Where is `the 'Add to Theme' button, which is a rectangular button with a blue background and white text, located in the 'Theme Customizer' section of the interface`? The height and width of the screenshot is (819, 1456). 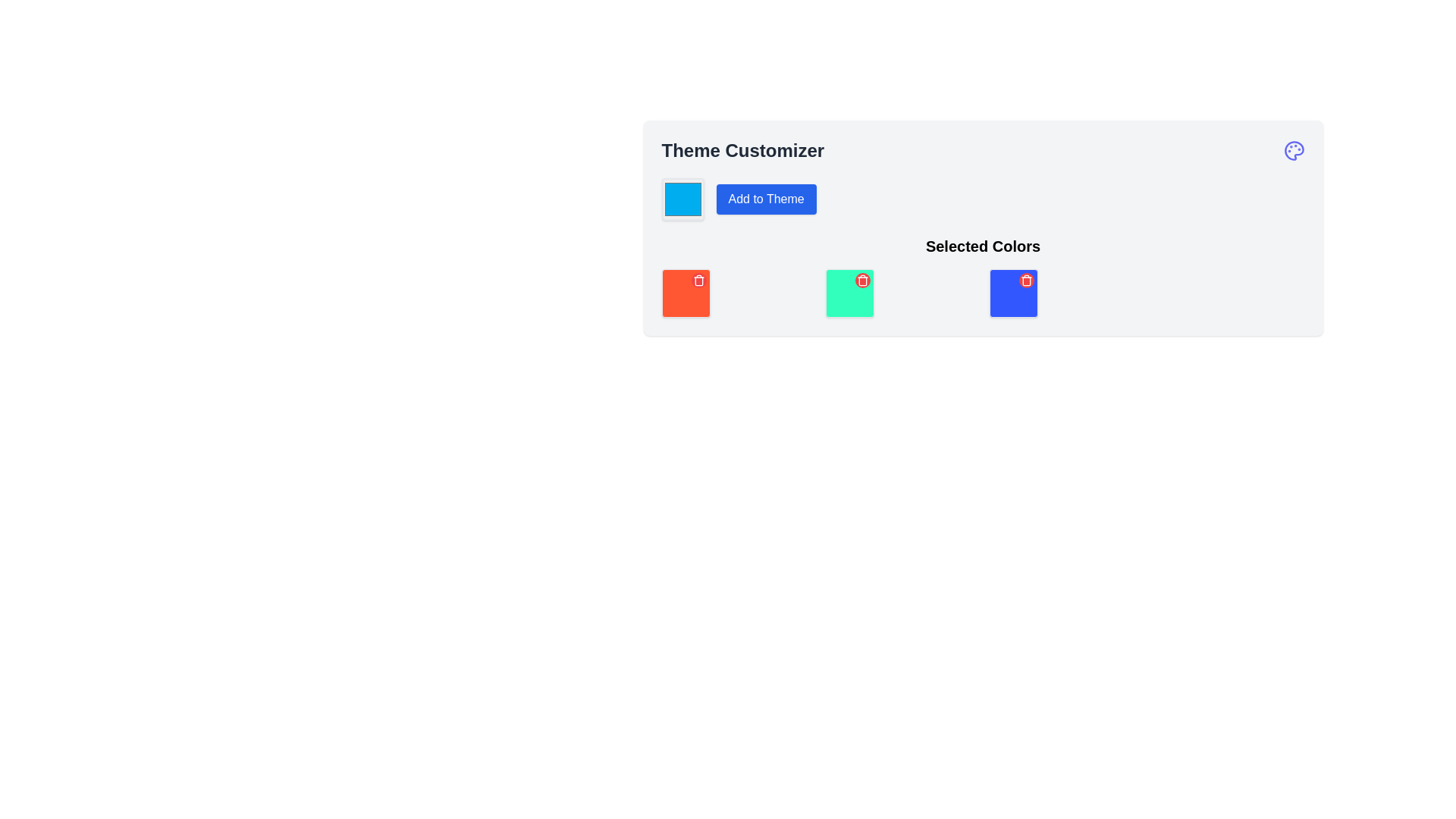 the 'Add to Theme' button, which is a rectangular button with a blue background and white text, located in the 'Theme Customizer' section of the interface is located at coordinates (765, 198).